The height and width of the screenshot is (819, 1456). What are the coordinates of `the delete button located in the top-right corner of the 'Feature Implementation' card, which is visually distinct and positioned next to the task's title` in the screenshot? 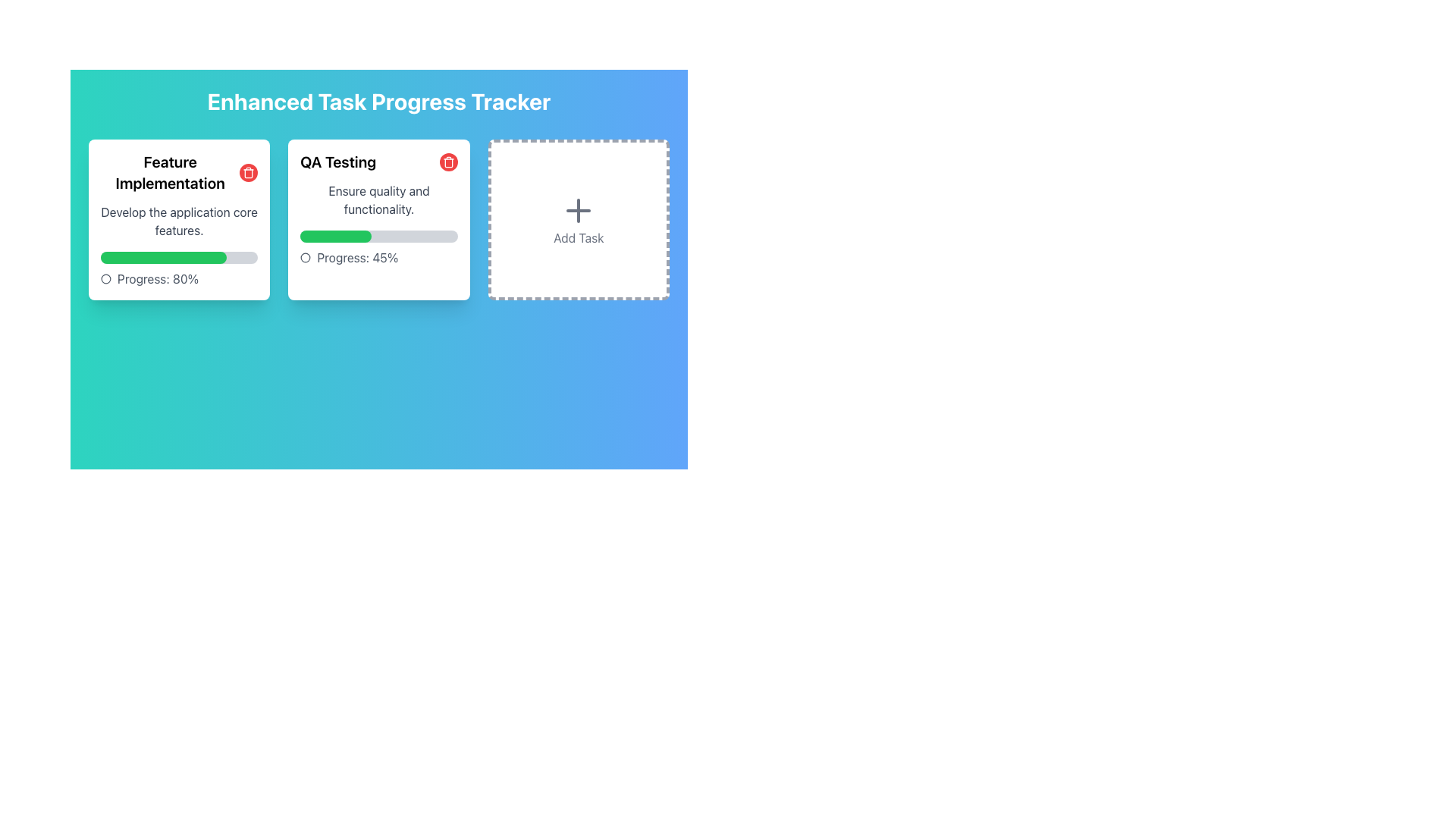 It's located at (249, 171).